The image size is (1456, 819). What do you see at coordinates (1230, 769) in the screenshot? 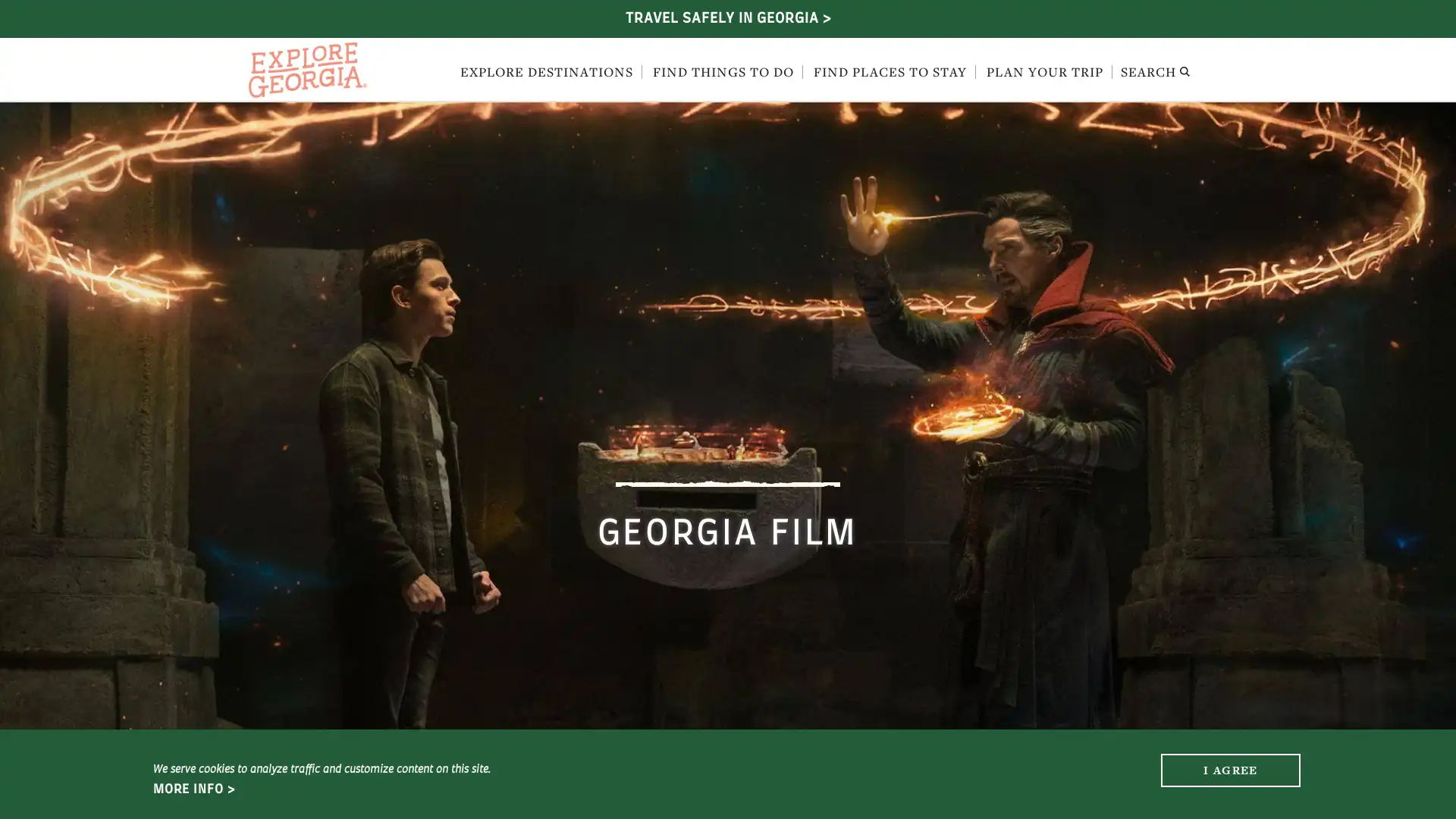
I see `I AGREE` at bounding box center [1230, 769].